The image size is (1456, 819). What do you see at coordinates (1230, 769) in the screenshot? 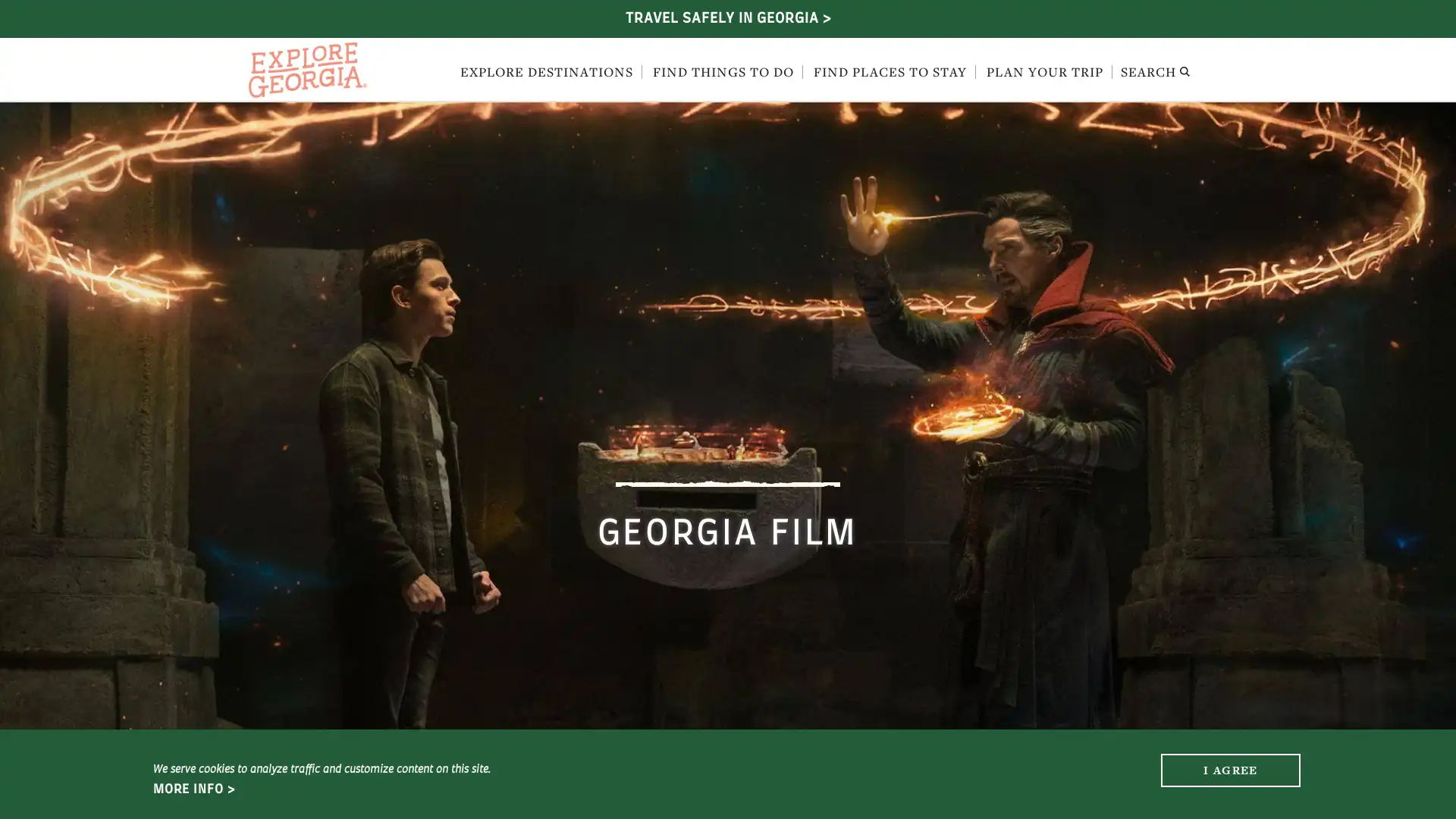
I see `I AGREE` at bounding box center [1230, 769].